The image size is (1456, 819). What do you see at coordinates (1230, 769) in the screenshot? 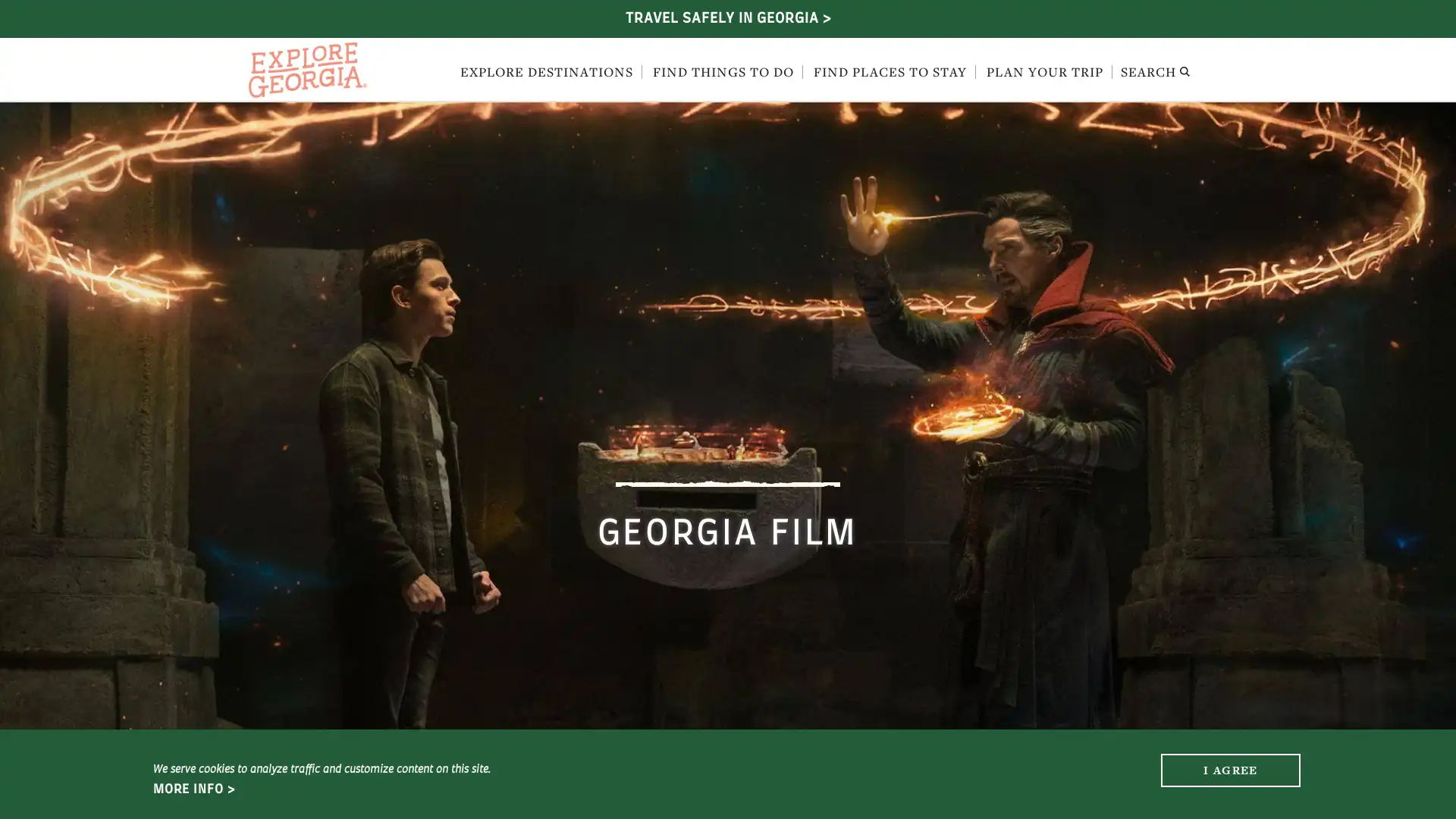
I see `I AGREE` at bounding box center [1230, 769].